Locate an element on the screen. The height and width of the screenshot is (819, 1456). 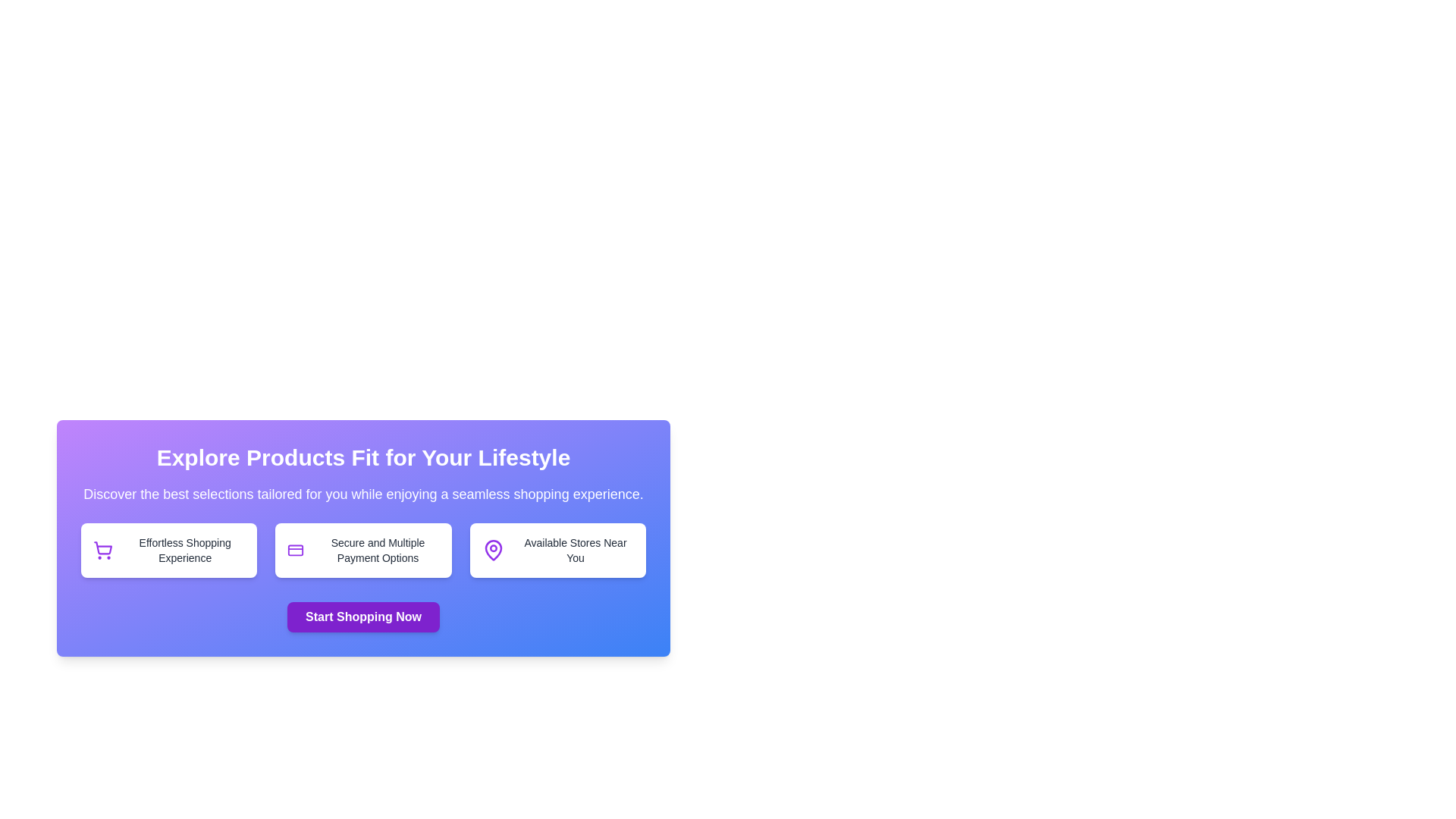
the decorative location-based icon represented by the outer shape of a pin, located on the rightmost card in a row of three cards at the bottom of the interface is located at coordinates (493, 550).